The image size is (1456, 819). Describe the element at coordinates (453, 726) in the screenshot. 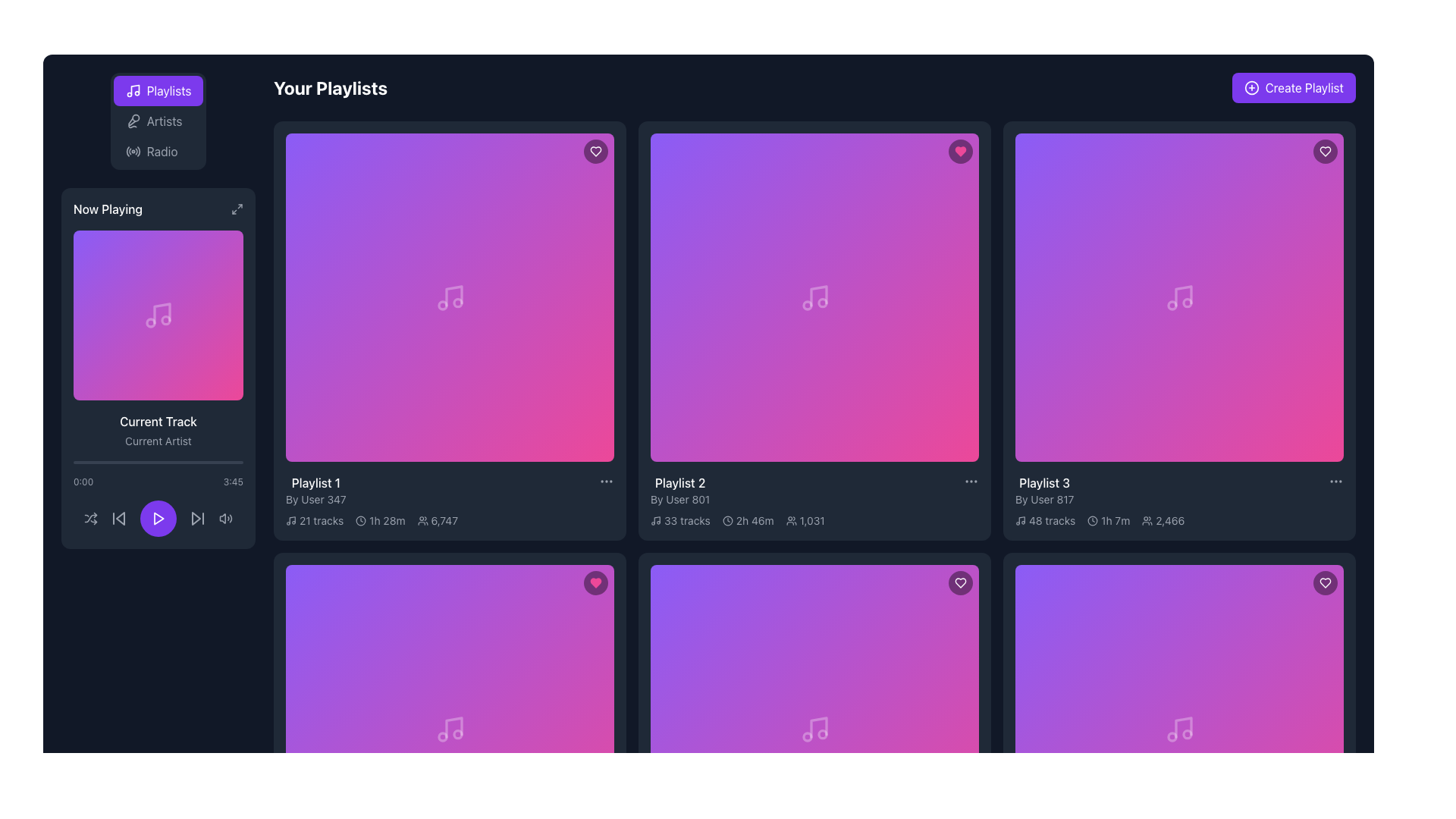

I see `the vertical line musical note icon located in the lower-right section of the album cover in the second row and third column of the playlist grid` at that location.